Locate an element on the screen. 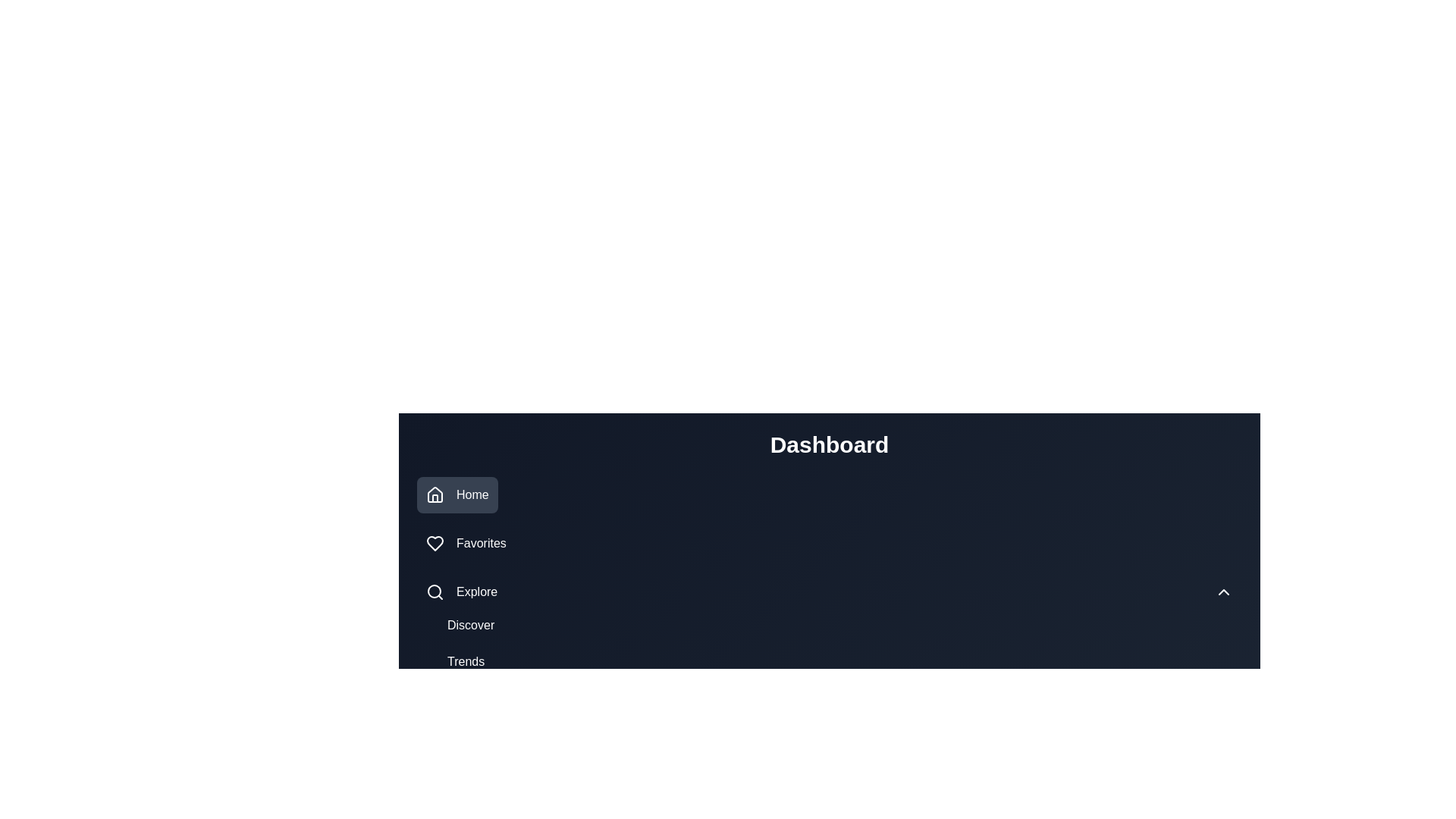 This screenshot has height=819, width=1456. the representation of the Favorites icon located in the left sidebar navigation menu, positioned between the 'Home' button above and the 'Explore' option below is located at coordinates (435, 543).